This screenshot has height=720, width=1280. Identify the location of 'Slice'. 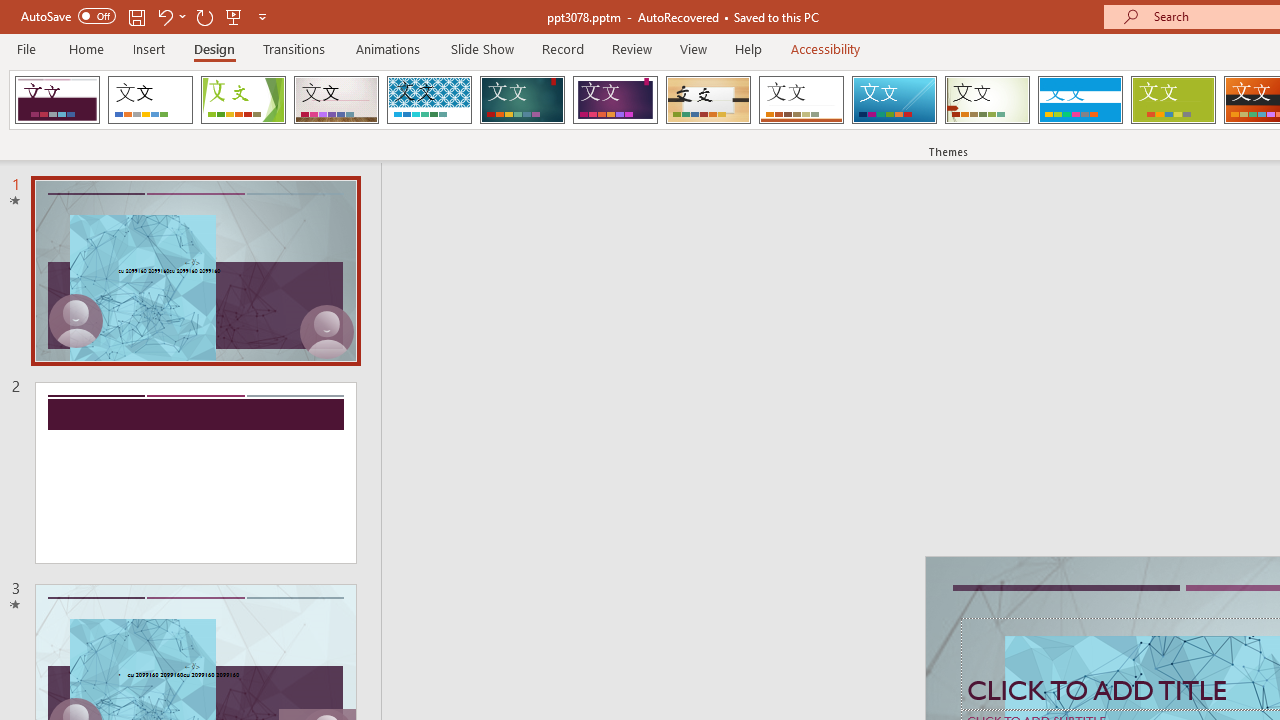
(893, 100).